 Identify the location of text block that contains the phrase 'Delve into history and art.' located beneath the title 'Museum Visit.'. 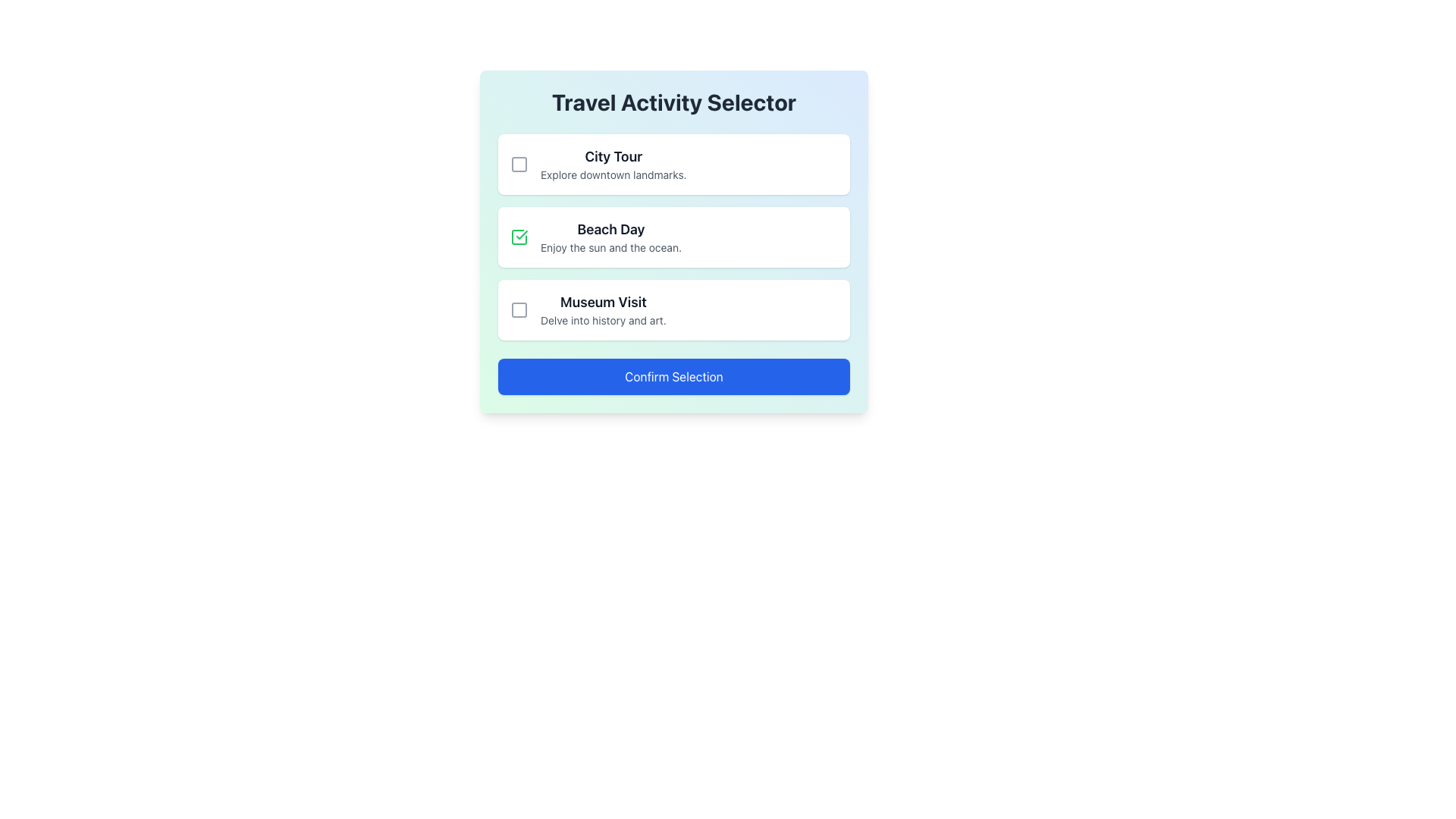
(602, 320).